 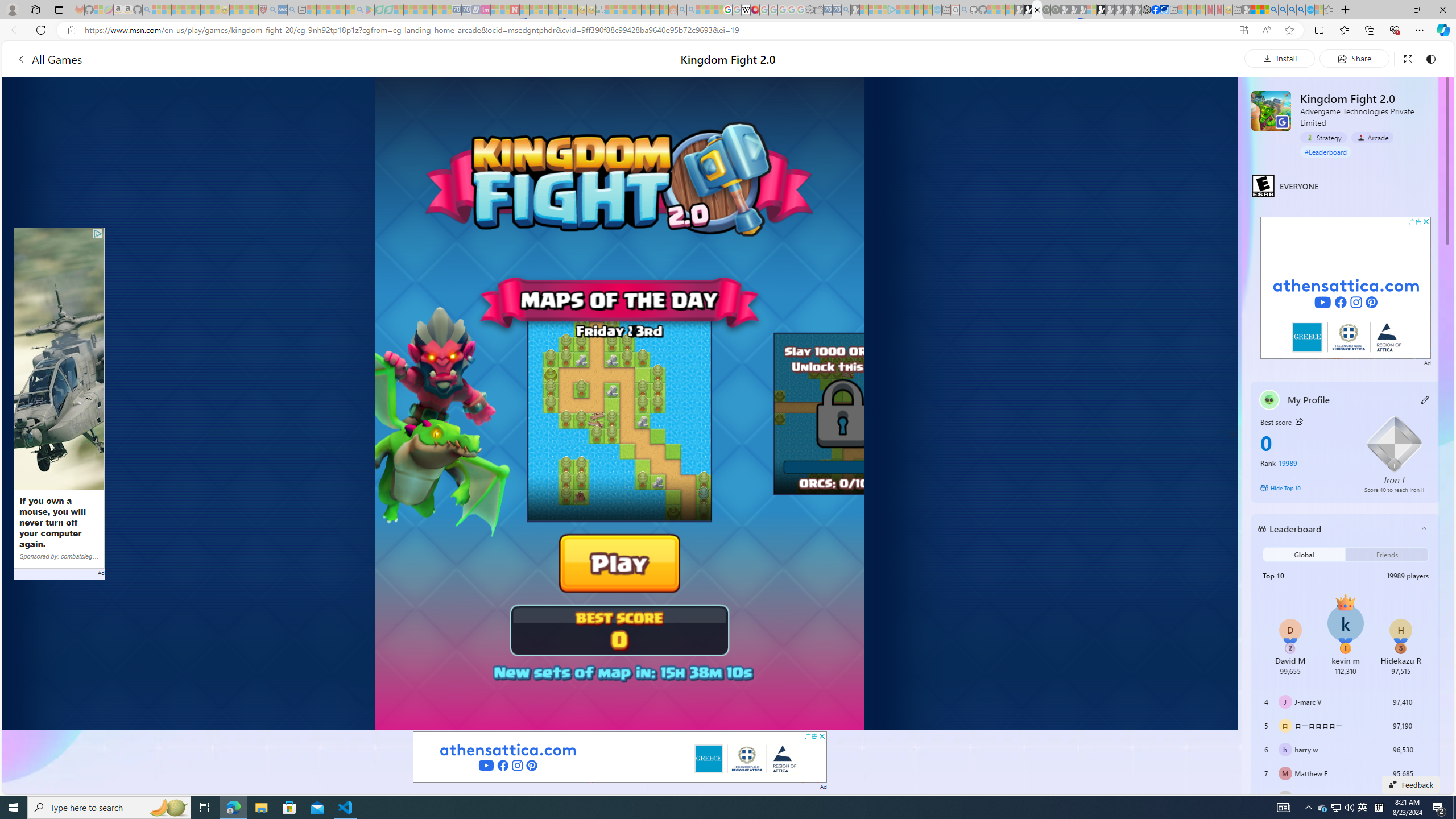 I want to click on 'Microsoft Start - Sleeping', so click(x=919, y=9).